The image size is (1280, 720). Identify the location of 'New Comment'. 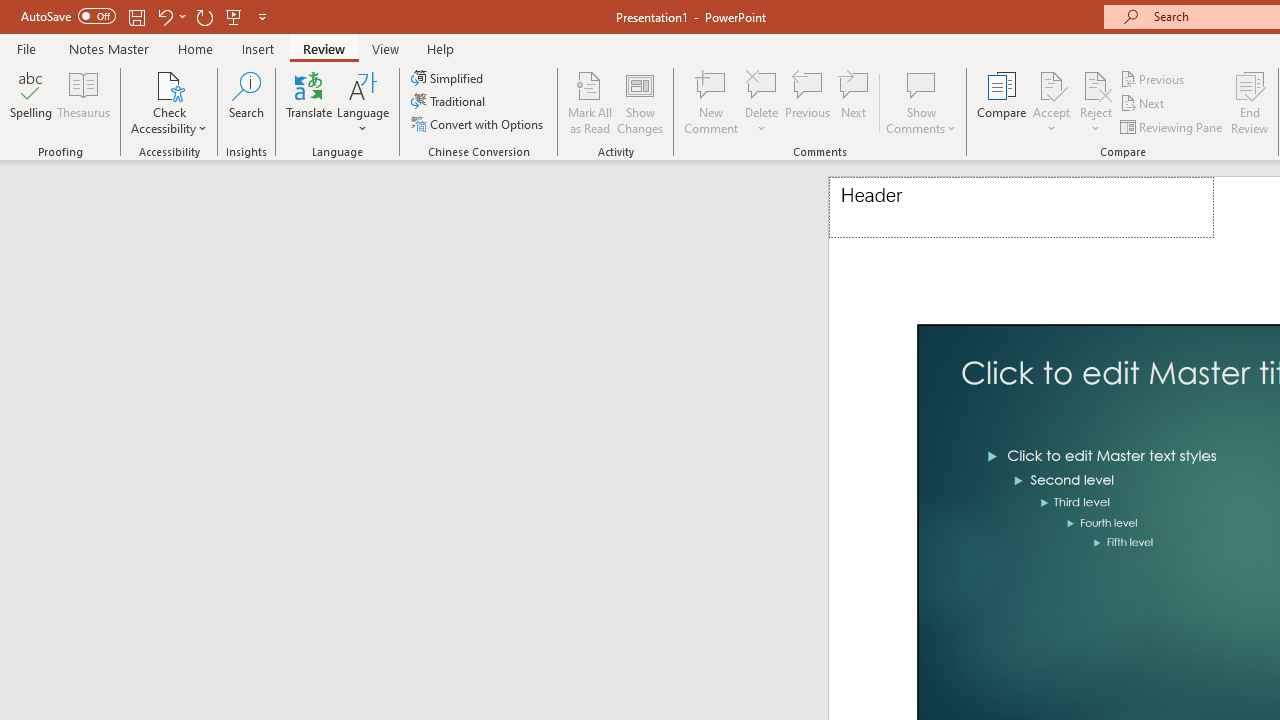
(711, 103).